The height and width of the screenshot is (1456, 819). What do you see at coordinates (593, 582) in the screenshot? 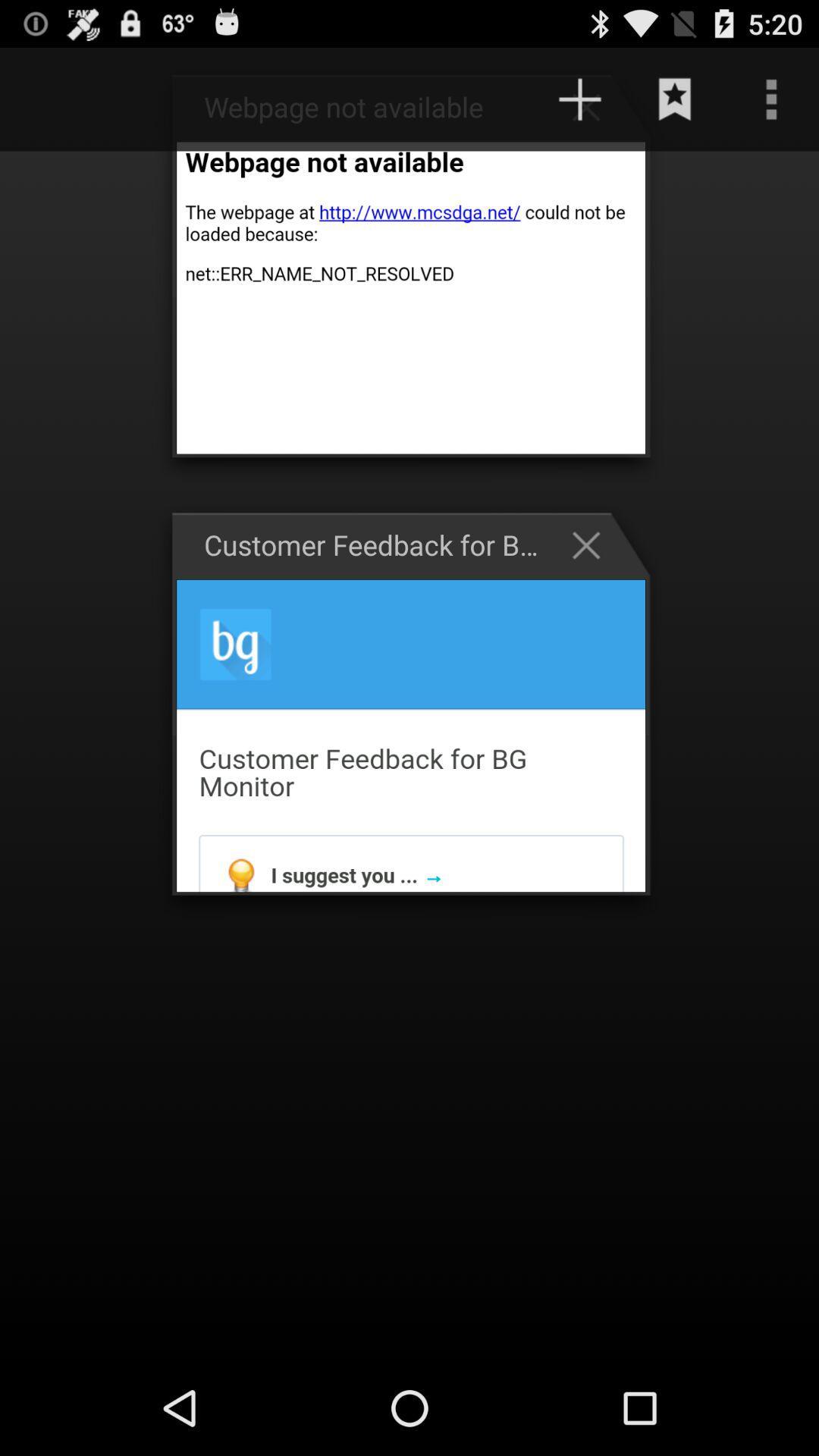
I see `the close icon` at bounding box center [593, 582].